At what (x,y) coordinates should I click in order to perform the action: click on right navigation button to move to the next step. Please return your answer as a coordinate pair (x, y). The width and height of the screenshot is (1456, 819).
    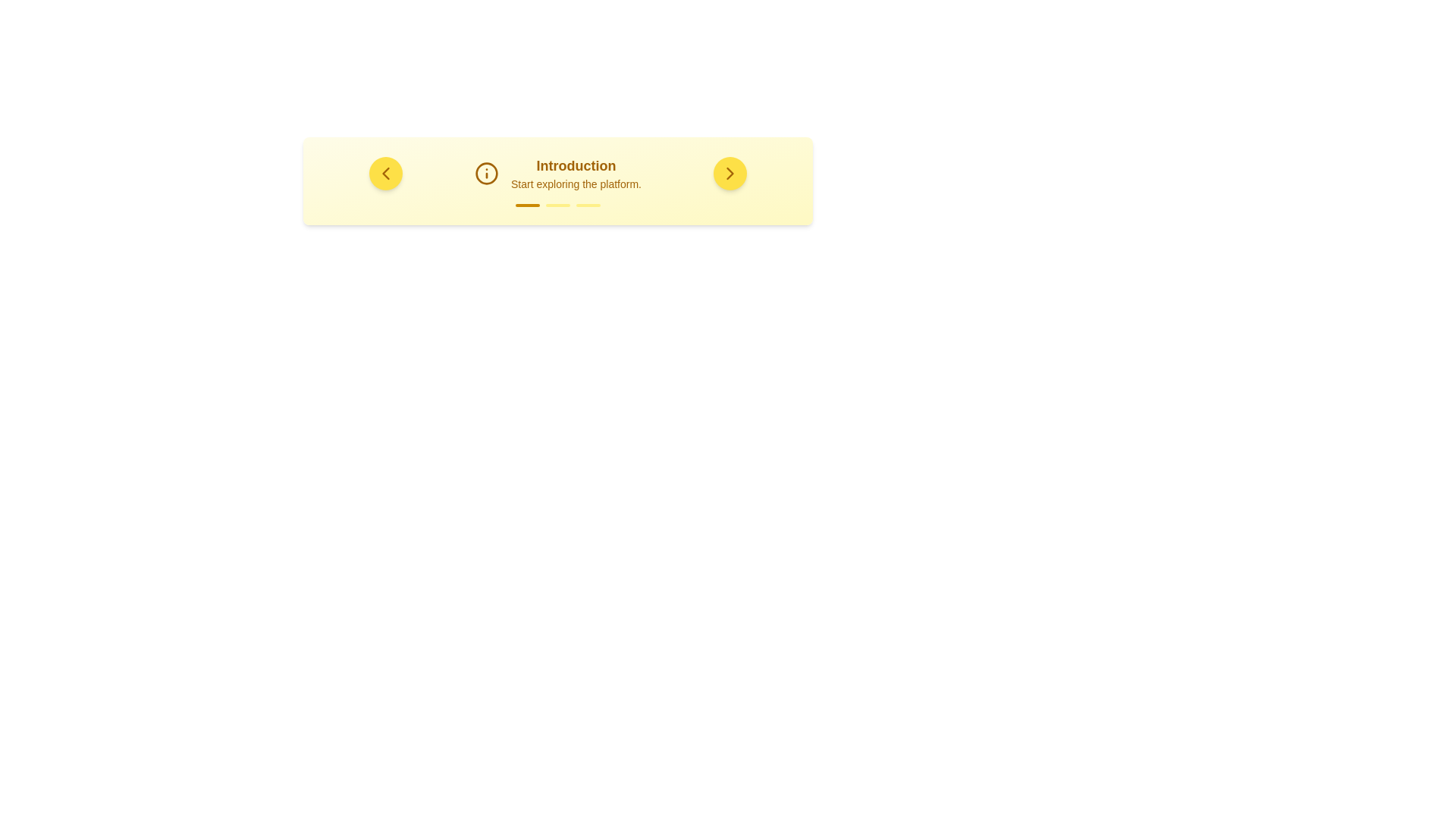
    Looking at the image, I should click on (730, 172).